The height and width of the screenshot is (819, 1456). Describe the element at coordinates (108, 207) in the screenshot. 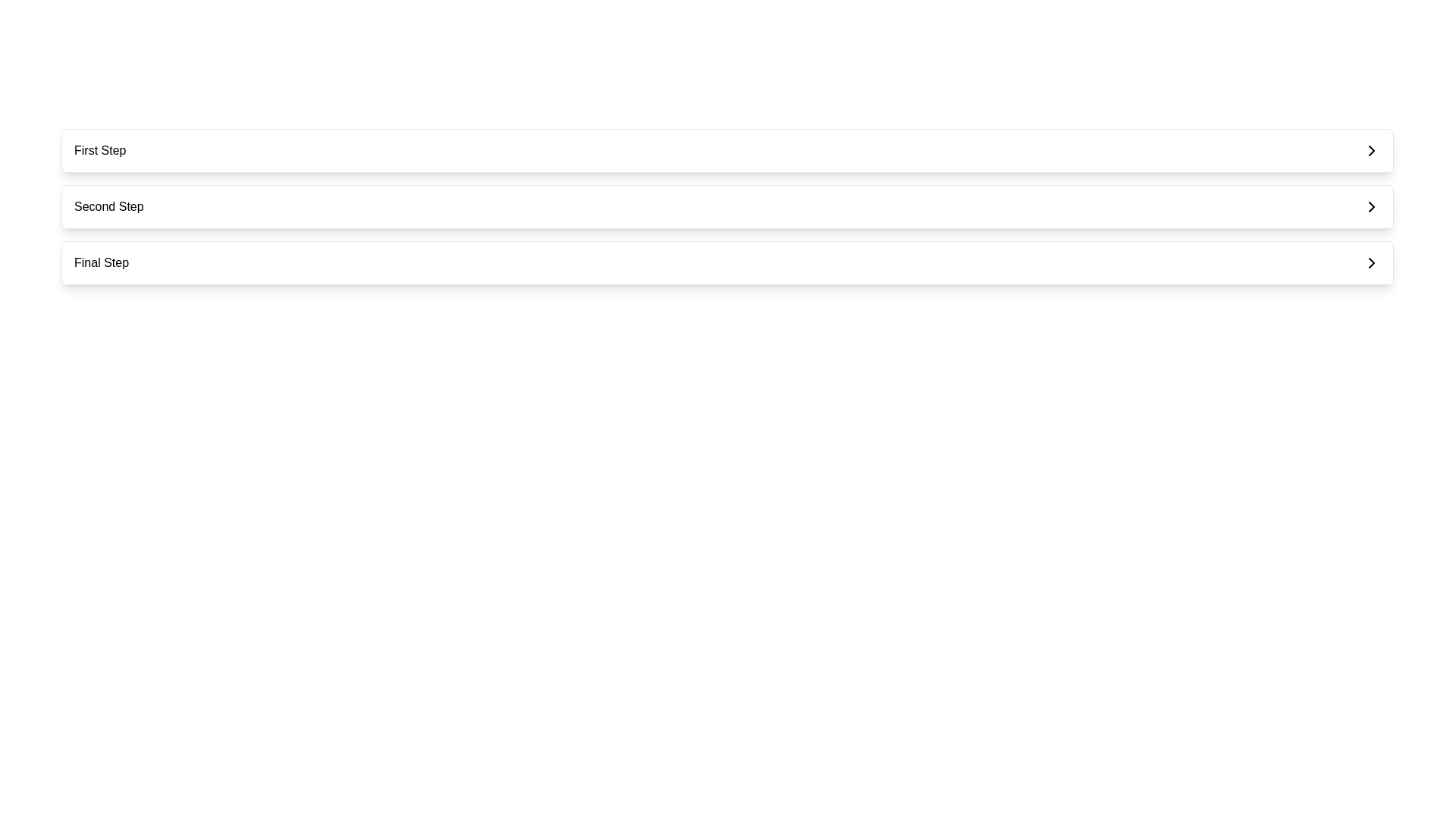

I see `the 'Second Step' text label, which is centered within a horizontal panel and positioned between 'First Step' and 'Final Step'` at that location.